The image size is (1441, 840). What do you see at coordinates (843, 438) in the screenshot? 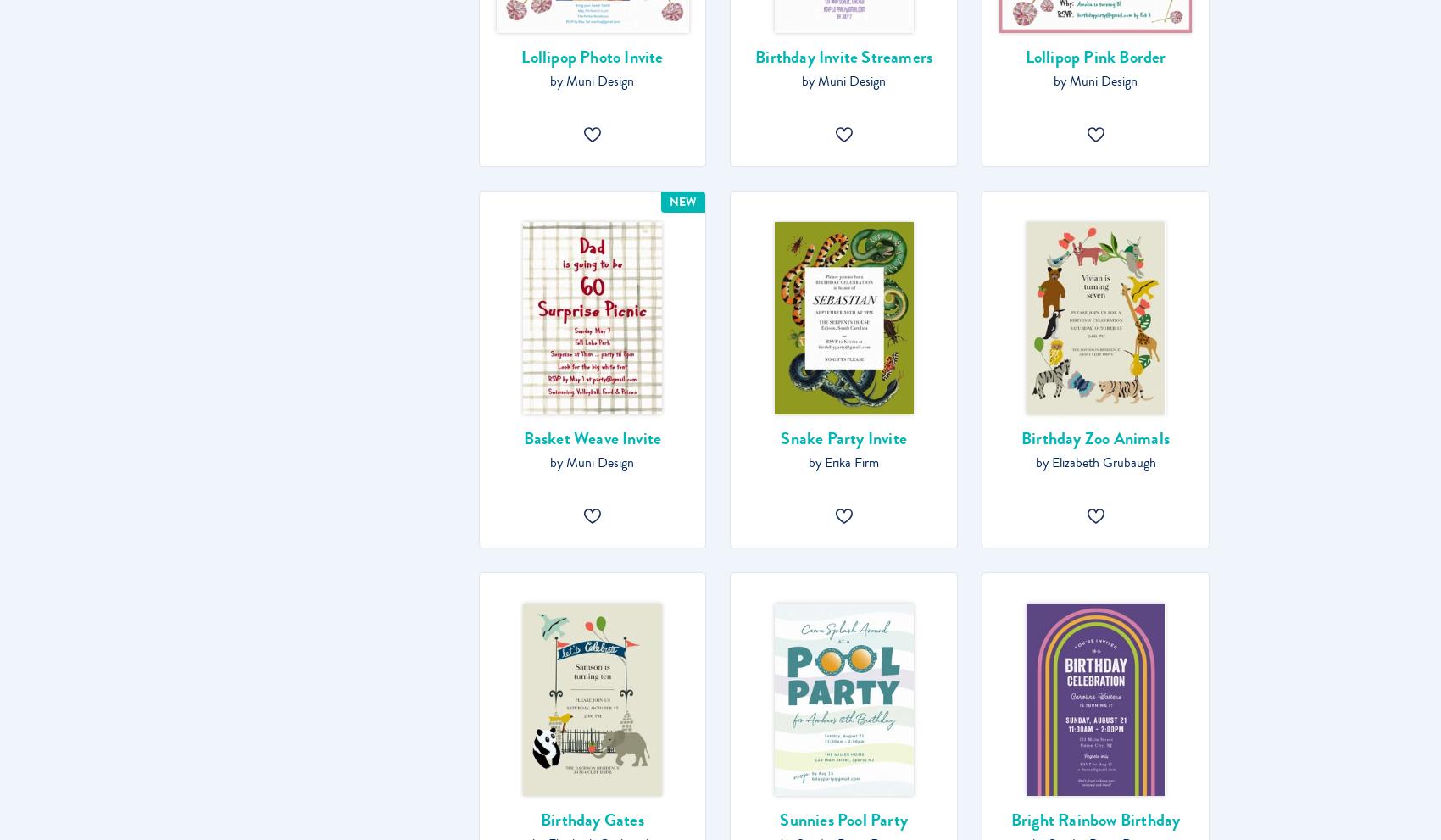
I see `'Snake Party Invite'` at bounding box center [843, 438].